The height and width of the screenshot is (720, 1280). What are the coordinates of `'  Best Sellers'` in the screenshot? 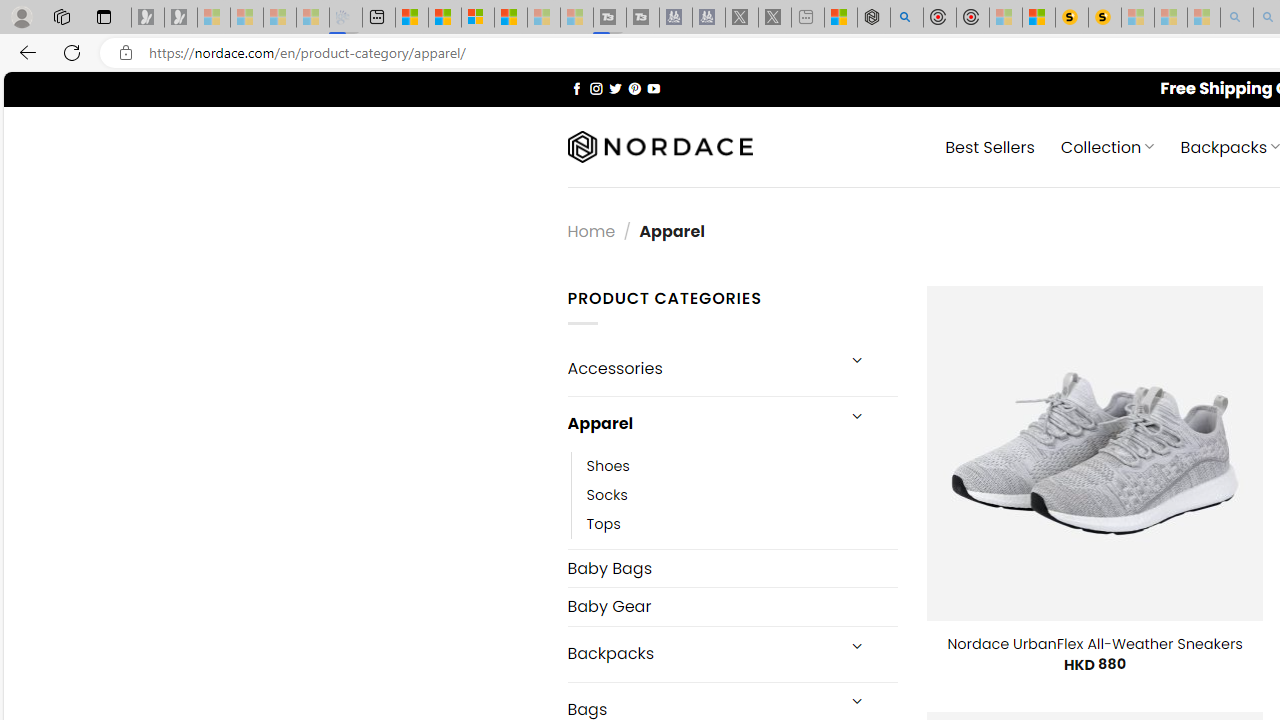 It's located at (990, 145).